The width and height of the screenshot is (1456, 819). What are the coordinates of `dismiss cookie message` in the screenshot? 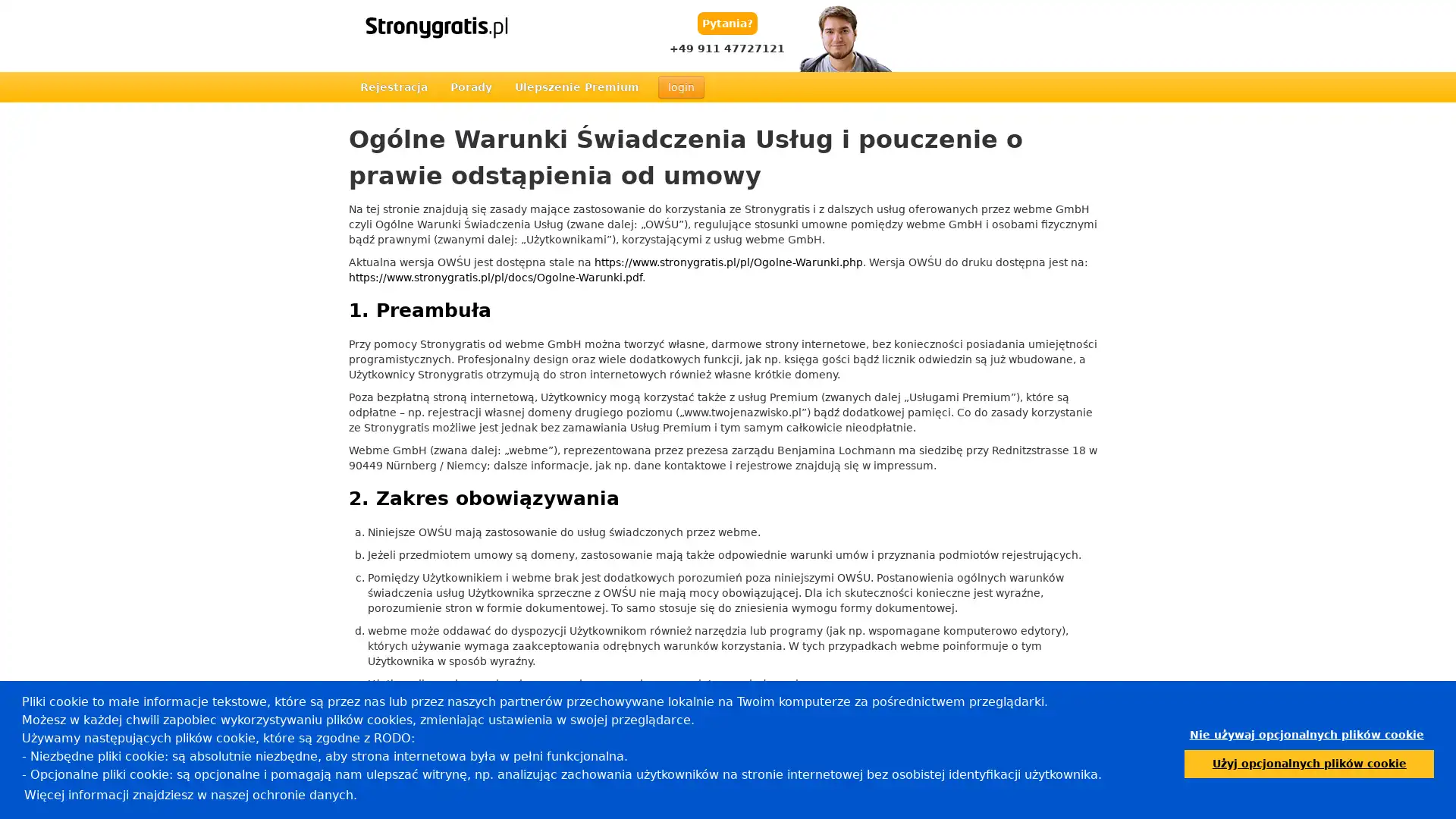 It's located at (1306, 734).